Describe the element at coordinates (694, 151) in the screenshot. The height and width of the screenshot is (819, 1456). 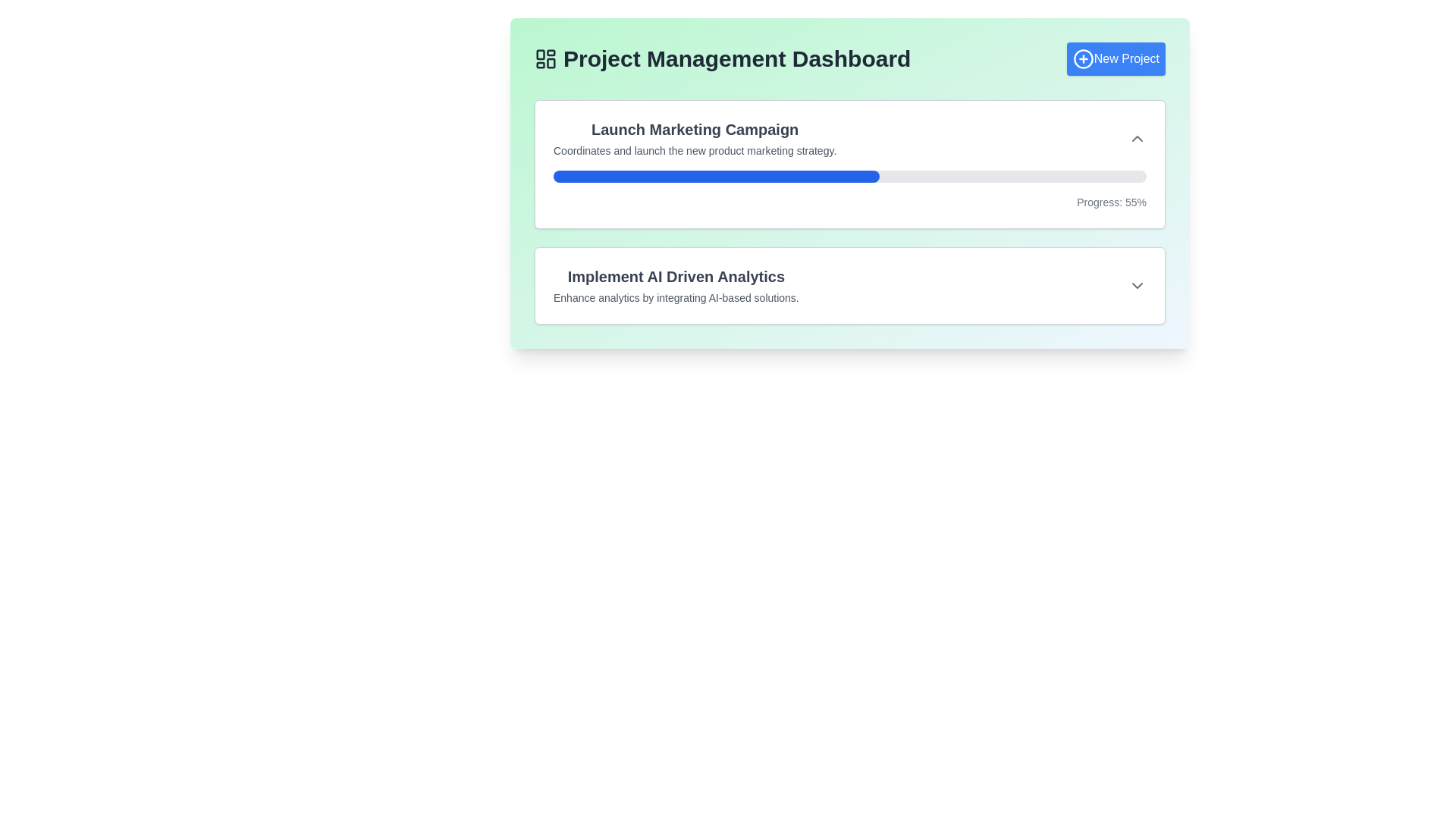
I see `the text label providing additional information related to the 'Launch Marketing Campaign' title, which is positioned directly below the title and above the progress bar` at that location.